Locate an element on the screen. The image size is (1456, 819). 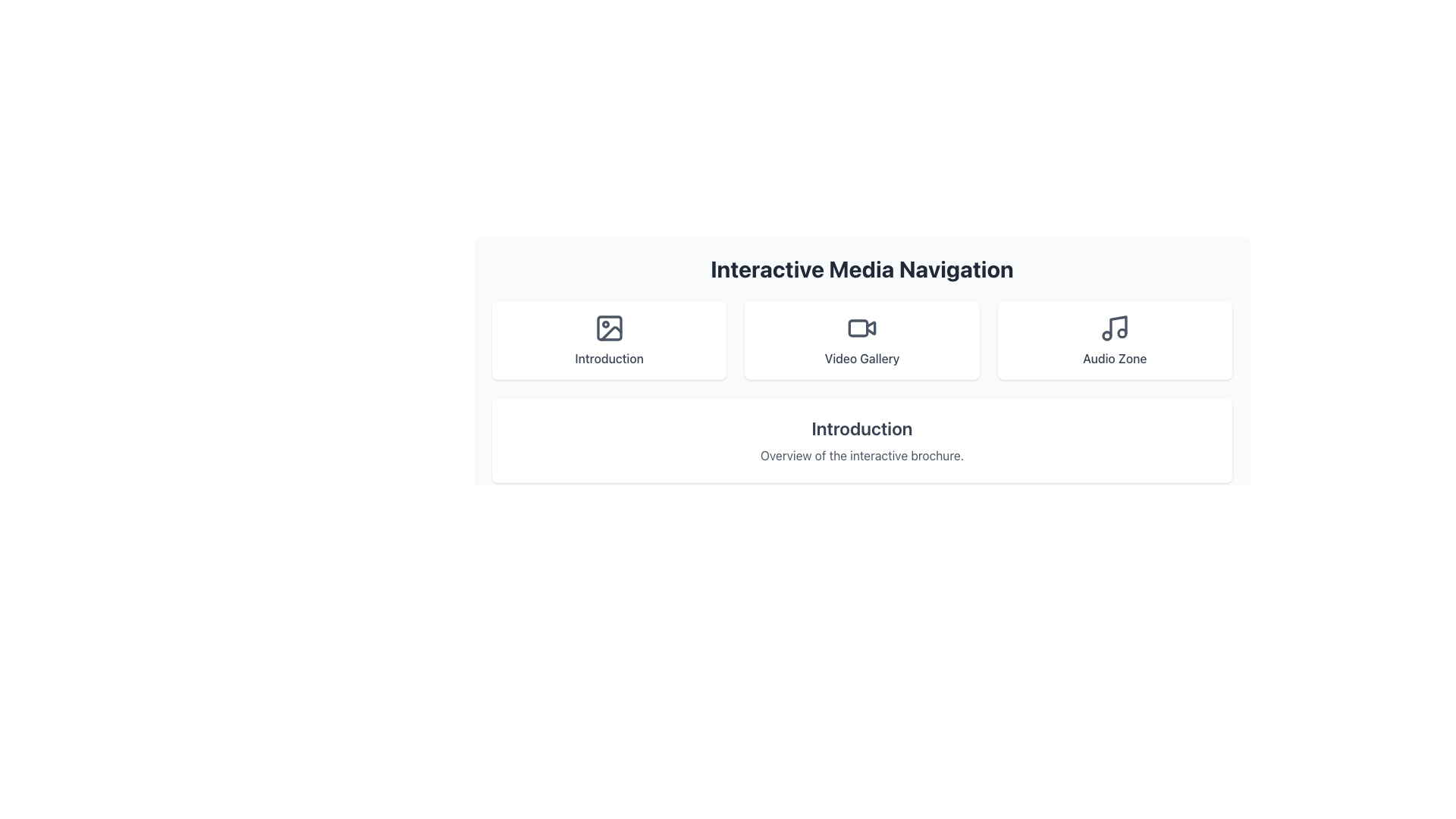
the navigational button that directs the user to the 'Audio Zone' section is located at coordinates (1115, 339).